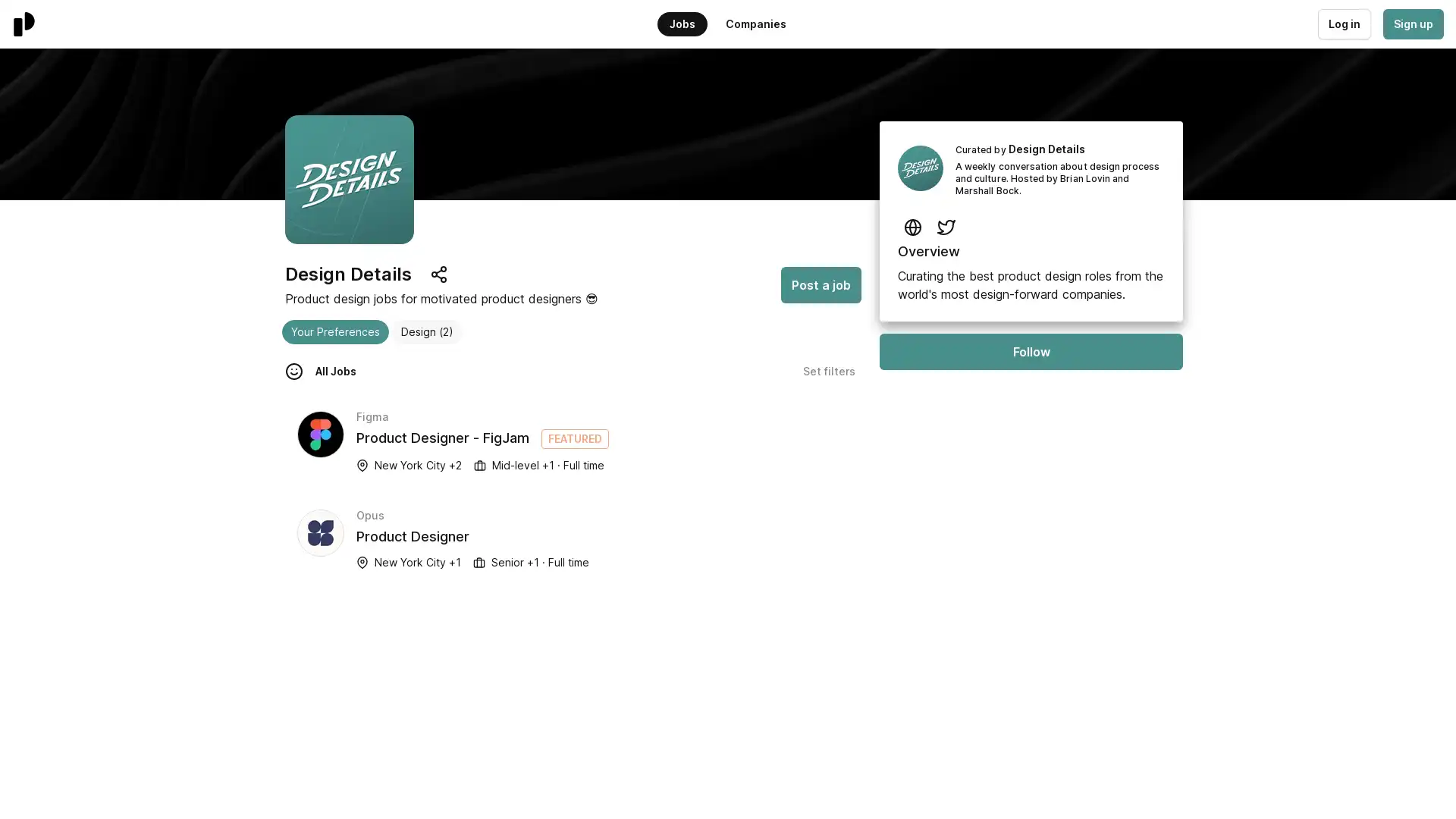  What do you see at coordinates (821, 284) in the screenshot?
I see `Post a job` at bounding box center [821, 284].